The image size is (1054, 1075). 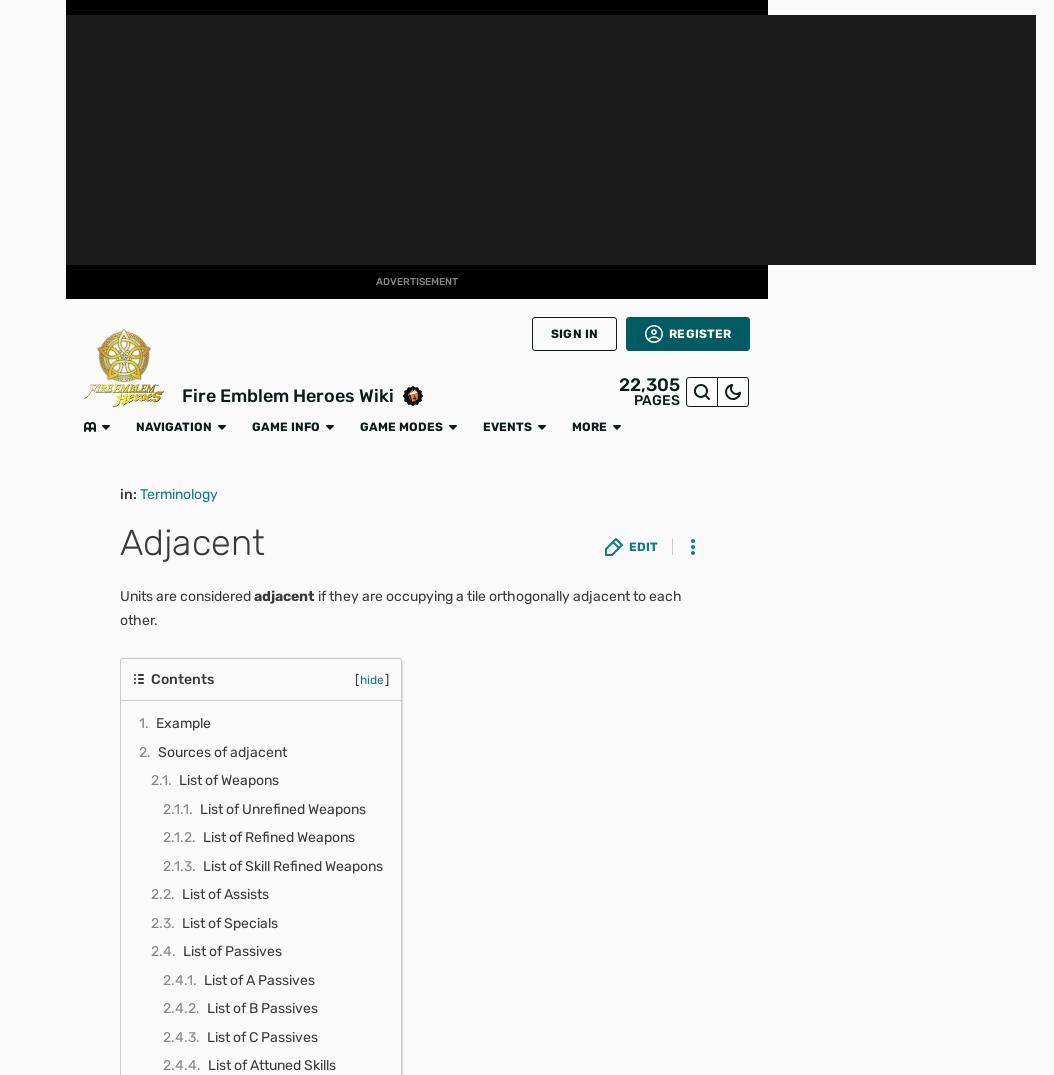 I want to click on 'FANDOM', so click(x=12, y=66).